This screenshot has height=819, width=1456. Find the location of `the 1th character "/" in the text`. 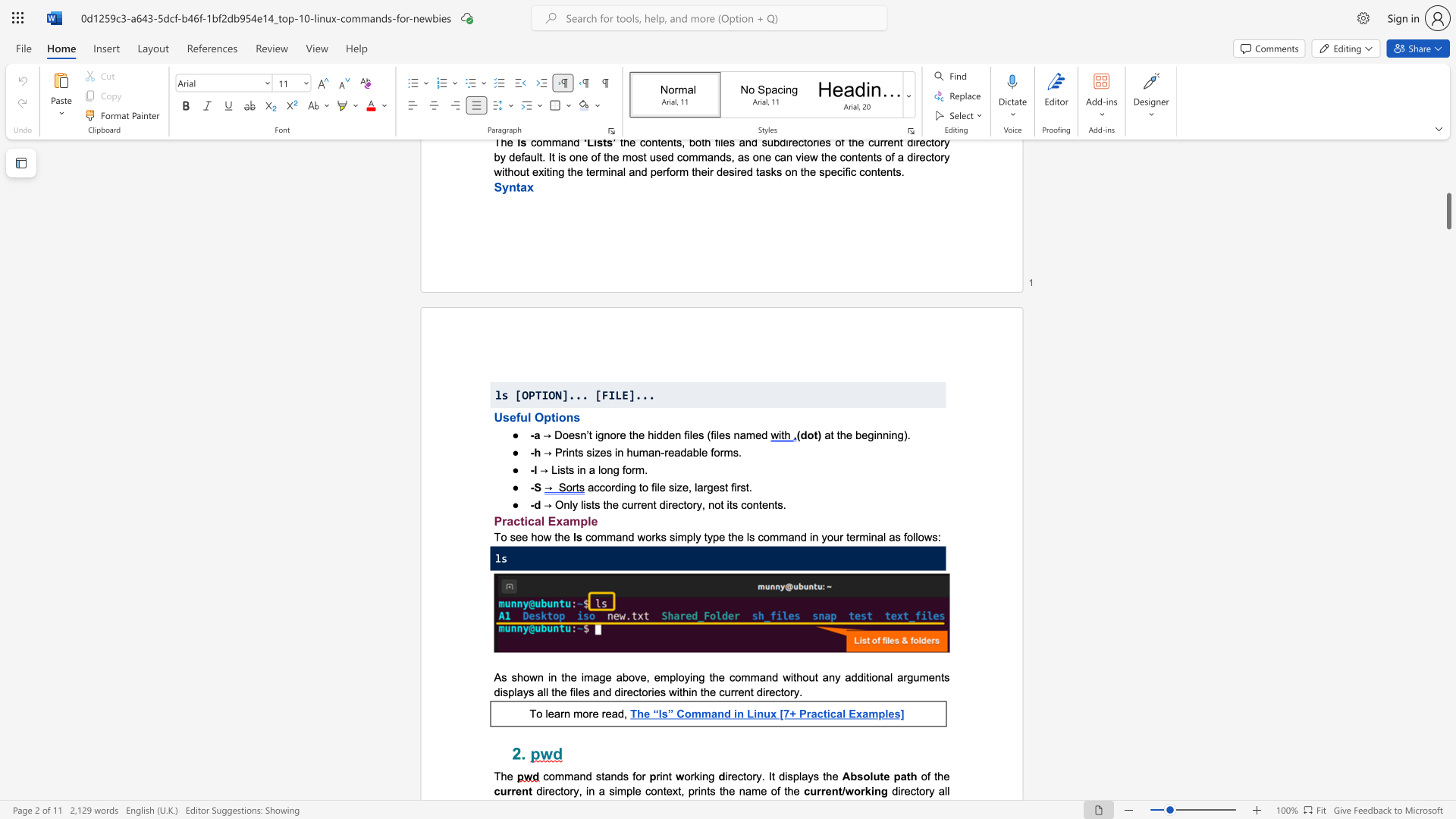

the 1th character "/" in the text is located at coordinates (843, 790).